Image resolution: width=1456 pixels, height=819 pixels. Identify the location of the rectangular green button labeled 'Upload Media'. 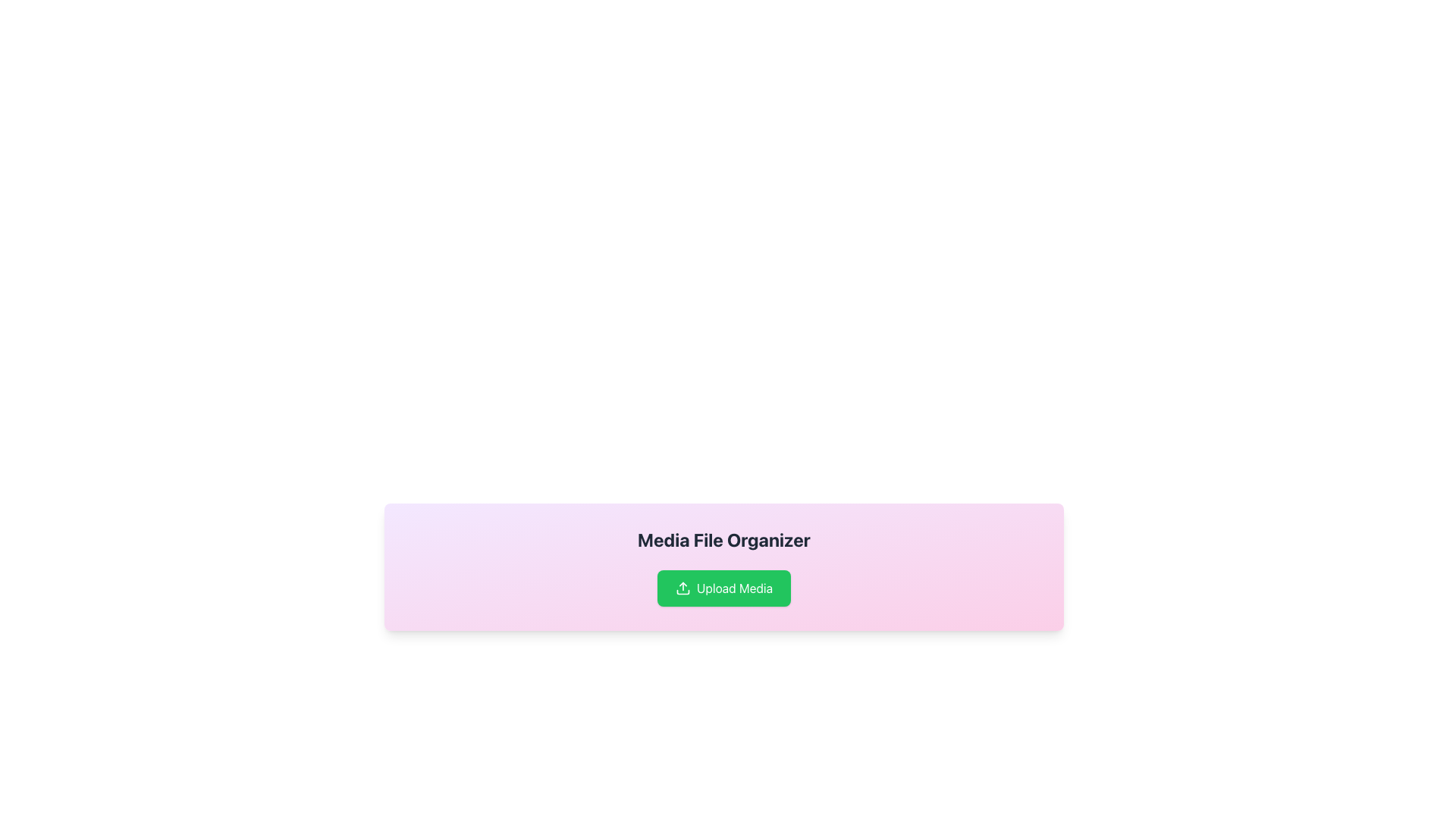
(723, 587).